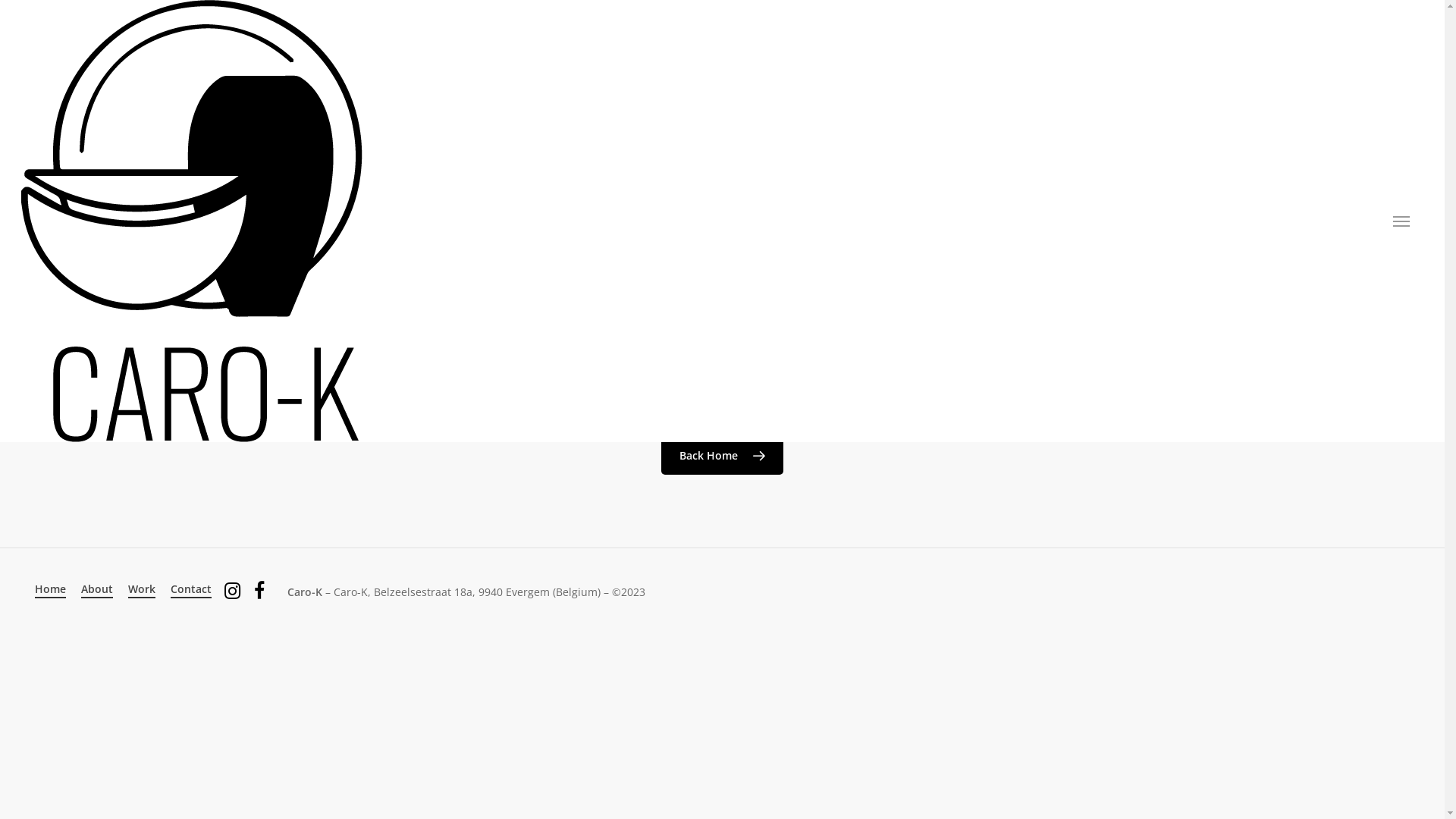 The width and height of the screenshot is (1456, 819). What do you see at coordinates (1401, 221) in the screenshot?
I see `'Menu'` at bounding box center [1401, 221].